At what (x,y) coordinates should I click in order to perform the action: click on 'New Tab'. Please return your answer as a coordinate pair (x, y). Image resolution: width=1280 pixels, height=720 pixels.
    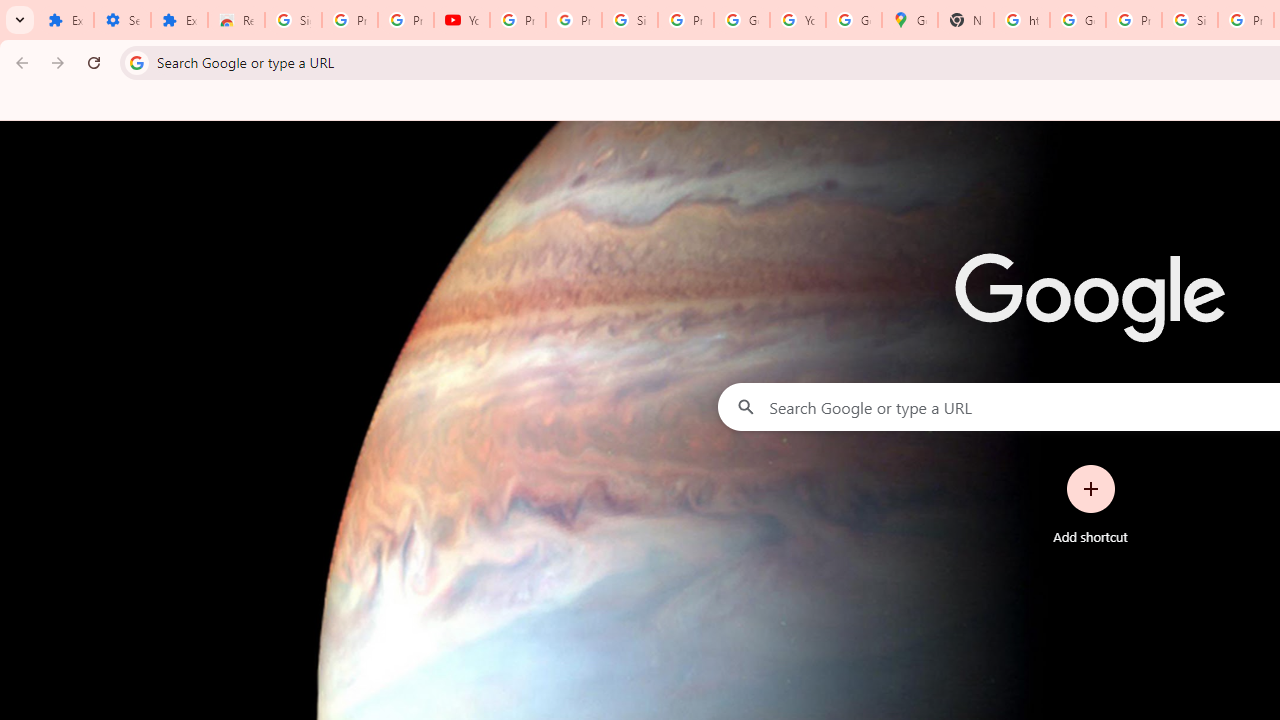
    Looking at the image, I should click on (966, 20).